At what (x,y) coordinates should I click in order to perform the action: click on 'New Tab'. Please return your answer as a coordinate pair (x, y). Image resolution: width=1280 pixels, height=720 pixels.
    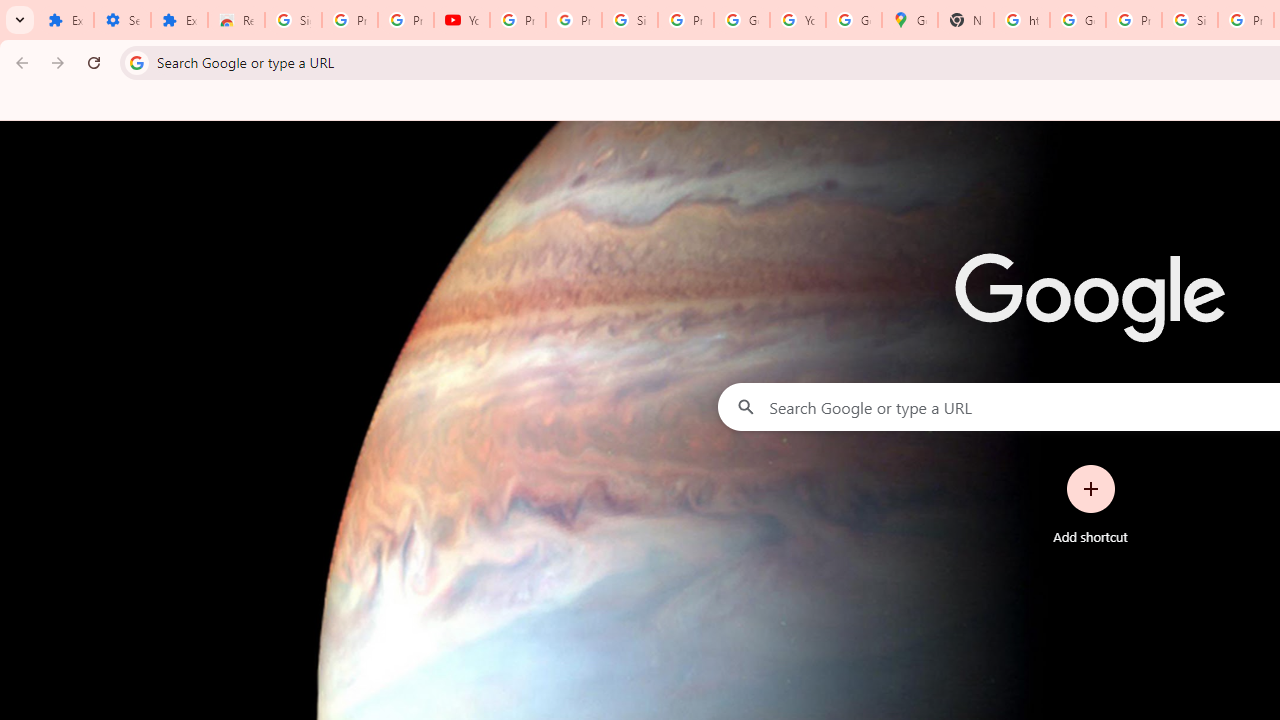
    Looking at the image, I should click on (966, 20).